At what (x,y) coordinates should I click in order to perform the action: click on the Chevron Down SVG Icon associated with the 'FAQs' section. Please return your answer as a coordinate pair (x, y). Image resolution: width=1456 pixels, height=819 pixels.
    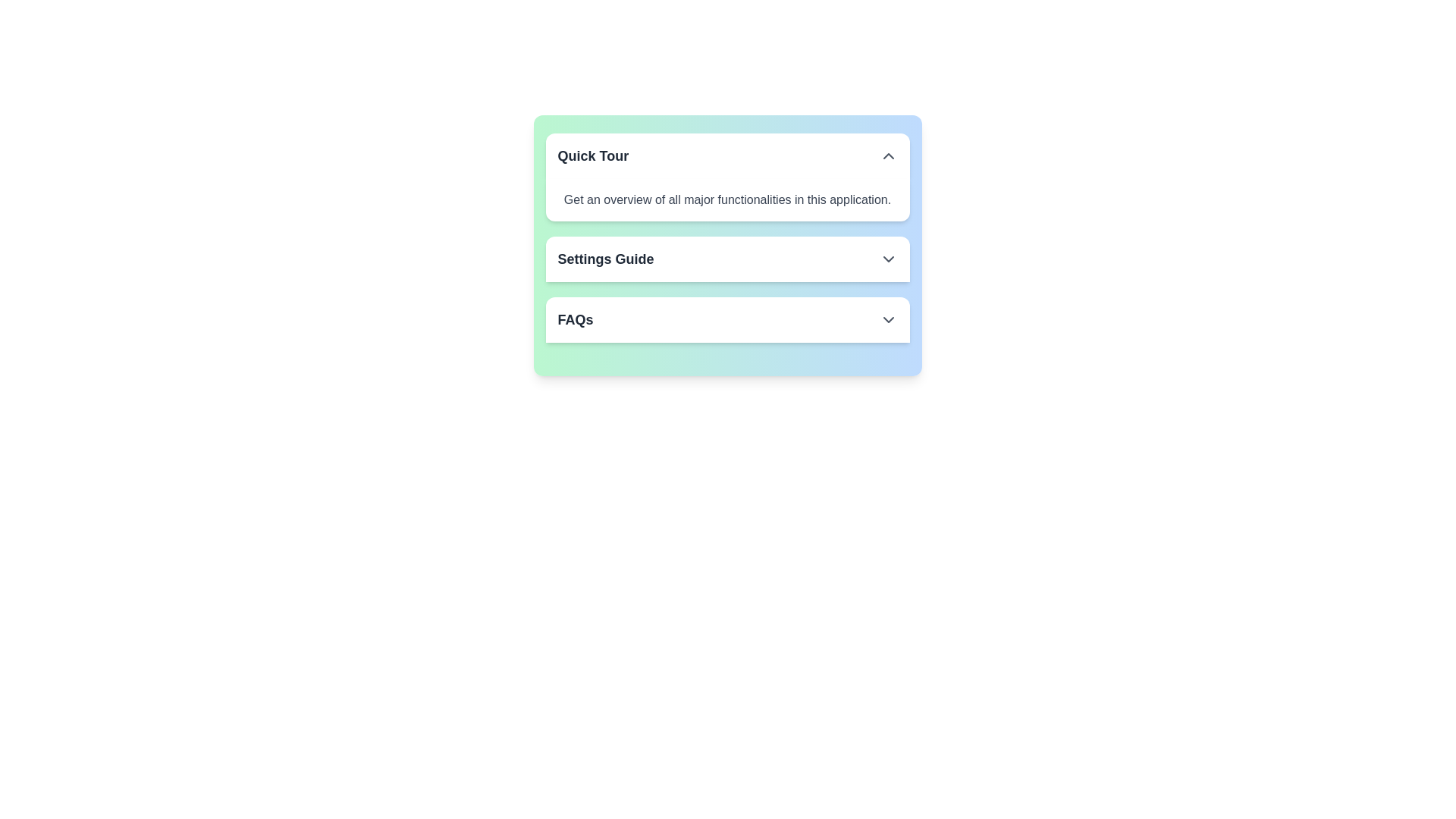
    Looking at the image, I should click on (888, 318).